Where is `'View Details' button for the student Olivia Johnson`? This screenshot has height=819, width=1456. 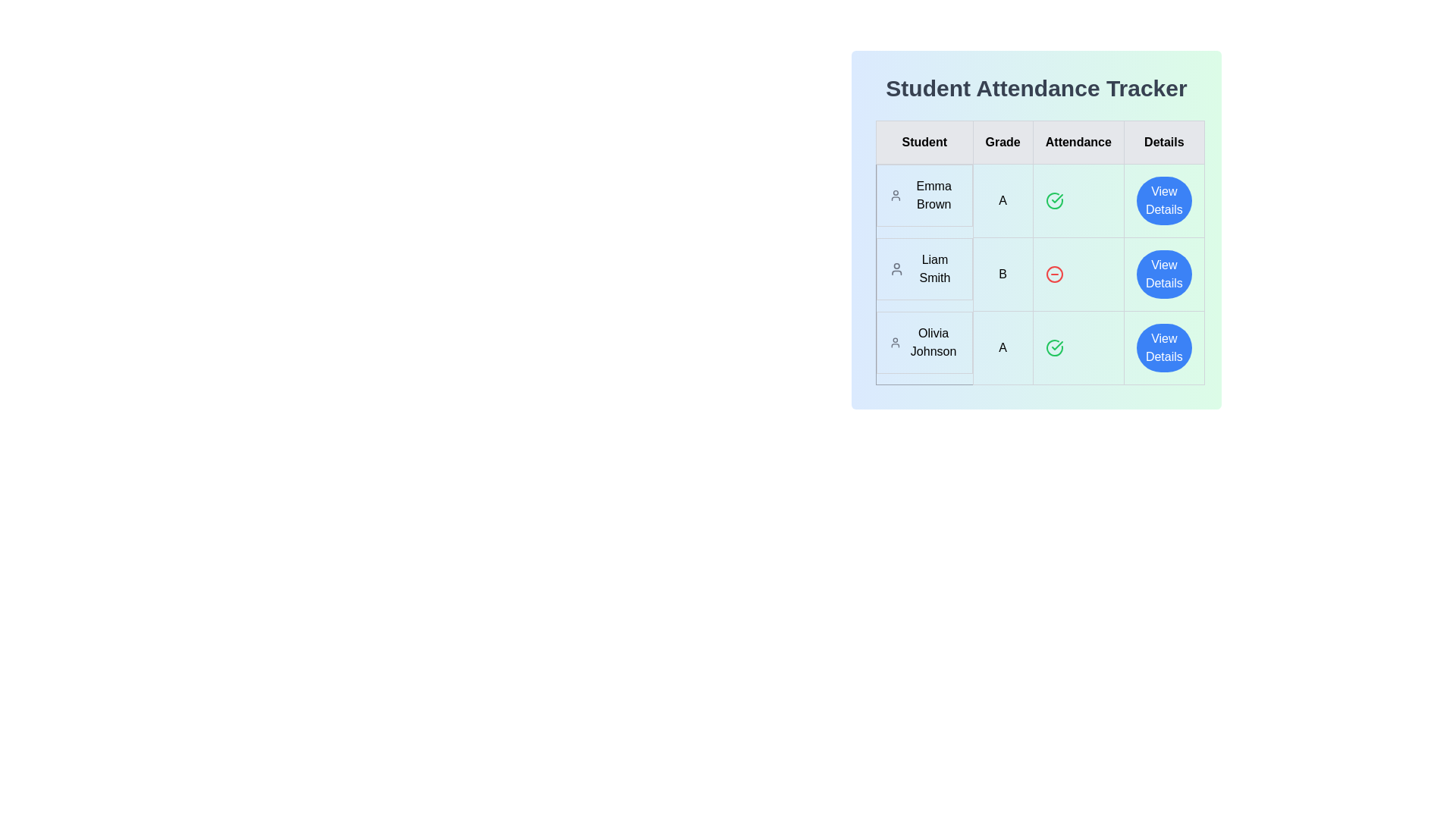 'View Details' button for the student Olivia Johnson is located at coordinates (1163, 348).